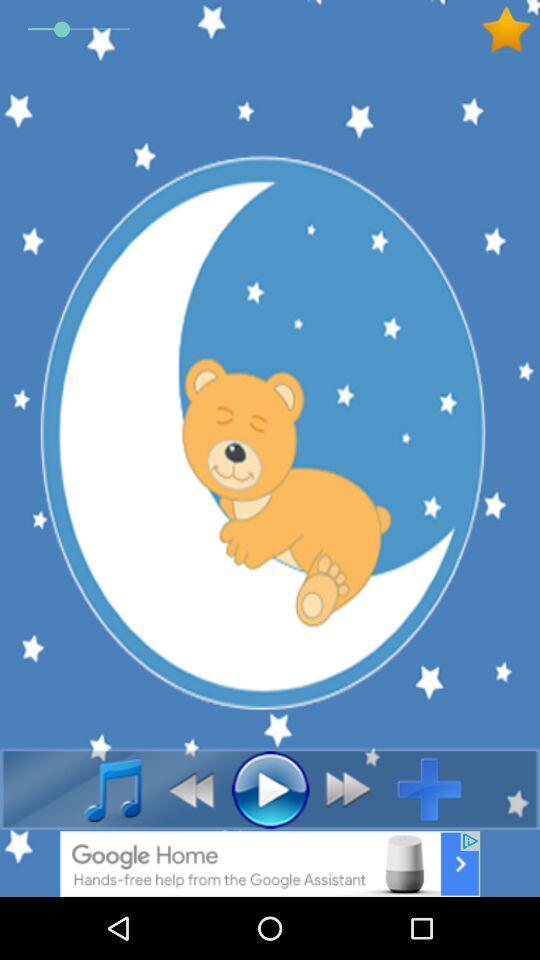 The width and height of the screenshot is (540, 960). Describe the element at coordinates (510, 28) in the screenshot. I see `the star icon` at that location.